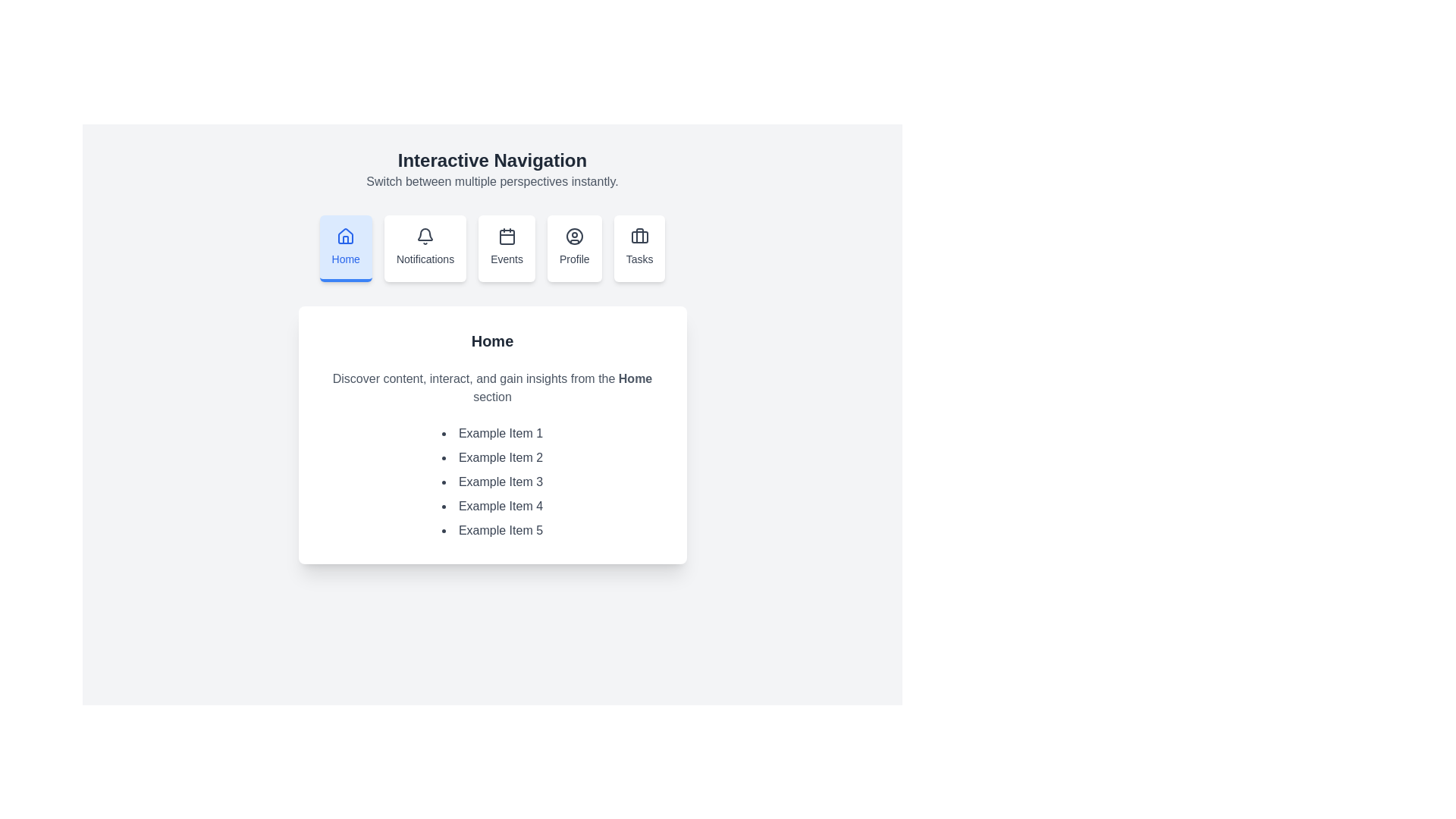 The width and height of the screenshot is (1456, 819). I want to click on the 'Home' button, which is a blue rectangular card with a house icon and the label 'Home' below it, located at the leftmost side of the navigation bar, so click(345, 247).